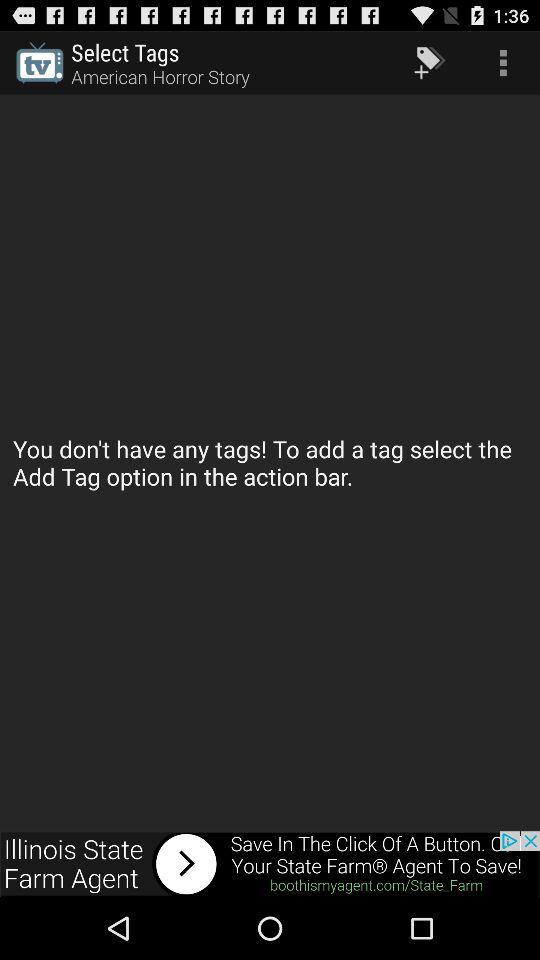 This screenshot has width=540, height=960. Describe the element at coordinates (270, 863) in the screenshot. I see `back arrow` at that location.